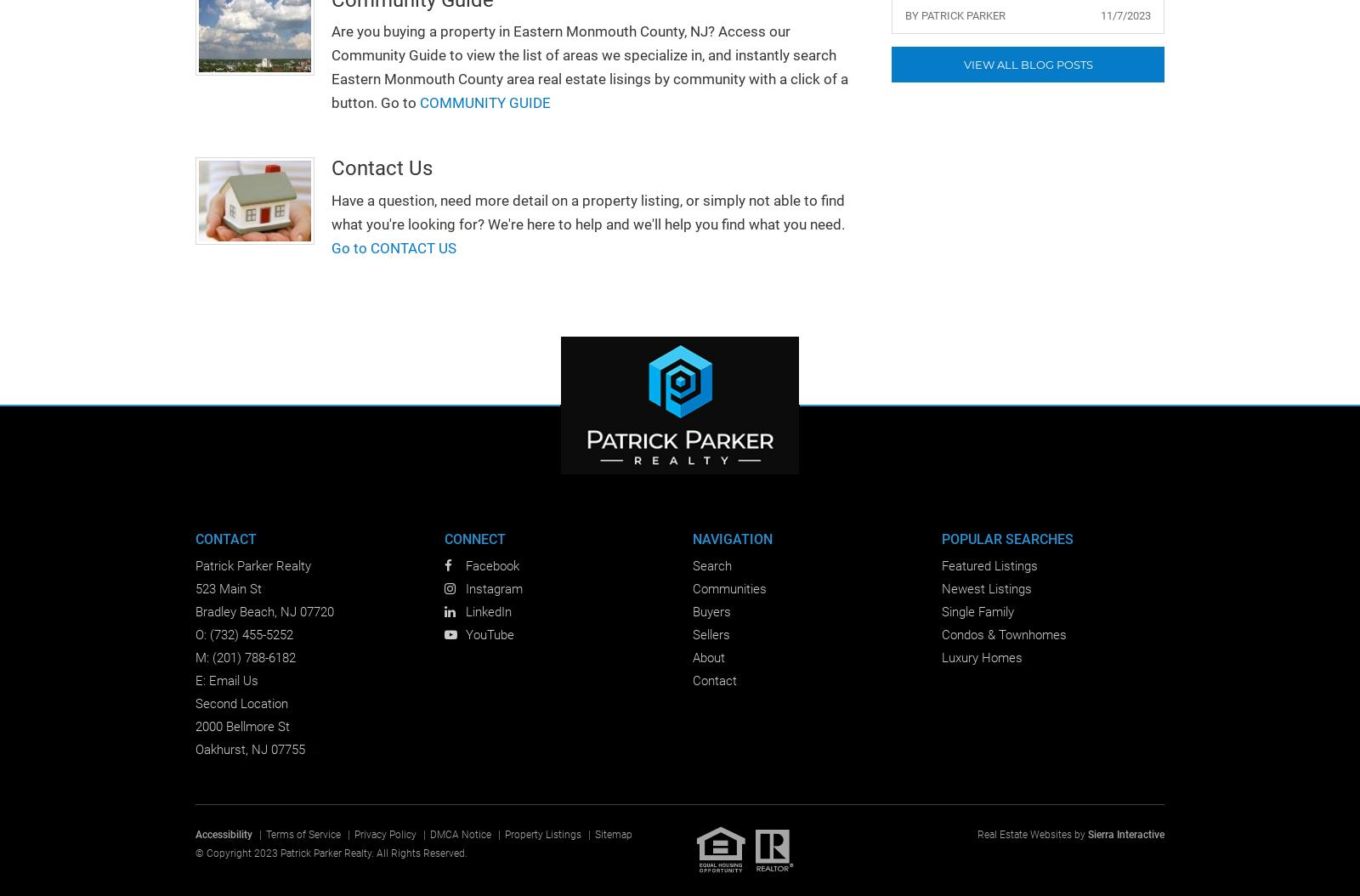 This screenshot has width=1360, height=896. I want to click on 'Single Family', so click(941, 610).